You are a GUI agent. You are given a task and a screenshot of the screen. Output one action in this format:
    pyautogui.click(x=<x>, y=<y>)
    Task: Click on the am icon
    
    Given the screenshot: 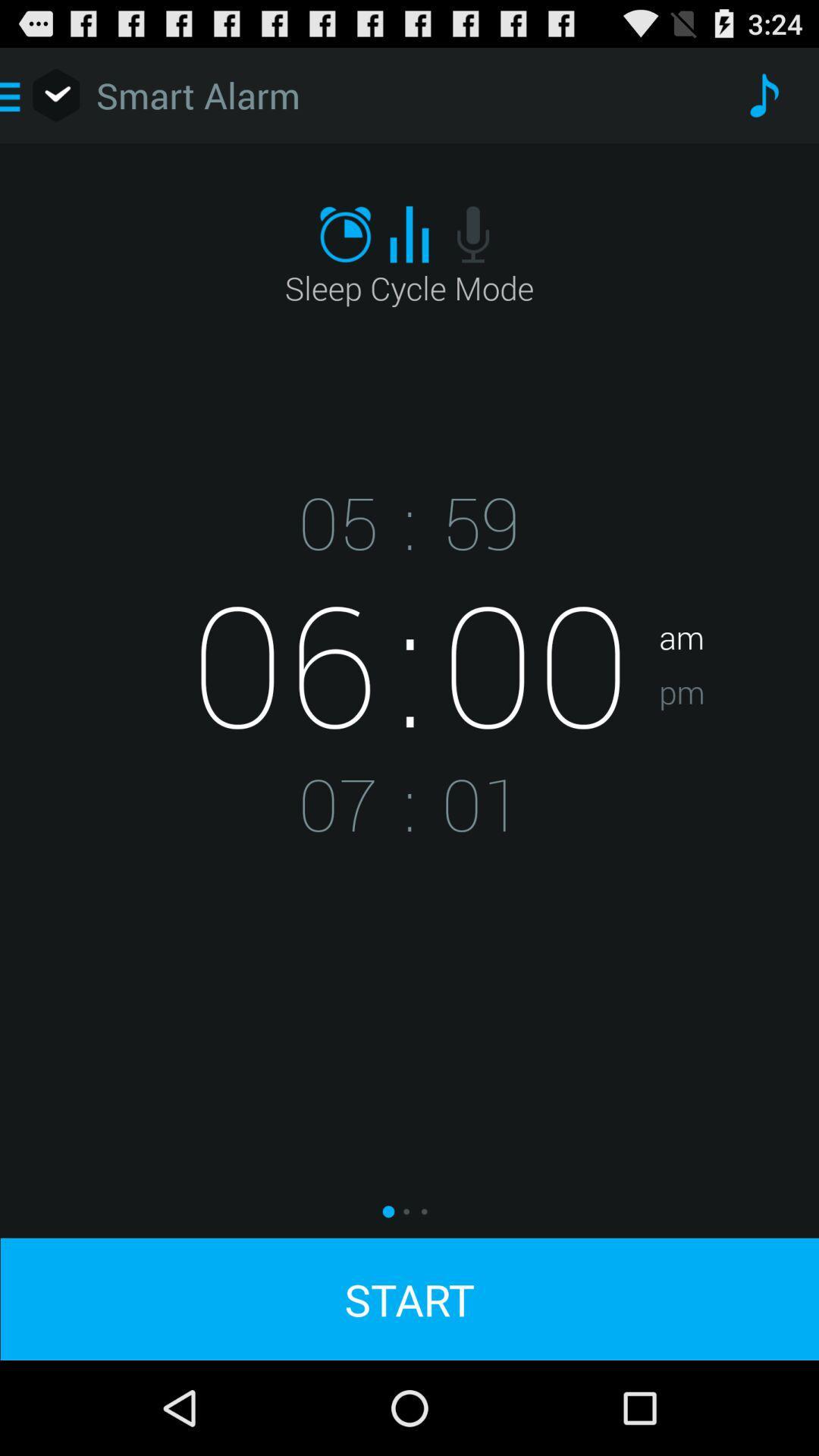 What is the action you would take?
    pyautogui.click(x=738, y=588)
    